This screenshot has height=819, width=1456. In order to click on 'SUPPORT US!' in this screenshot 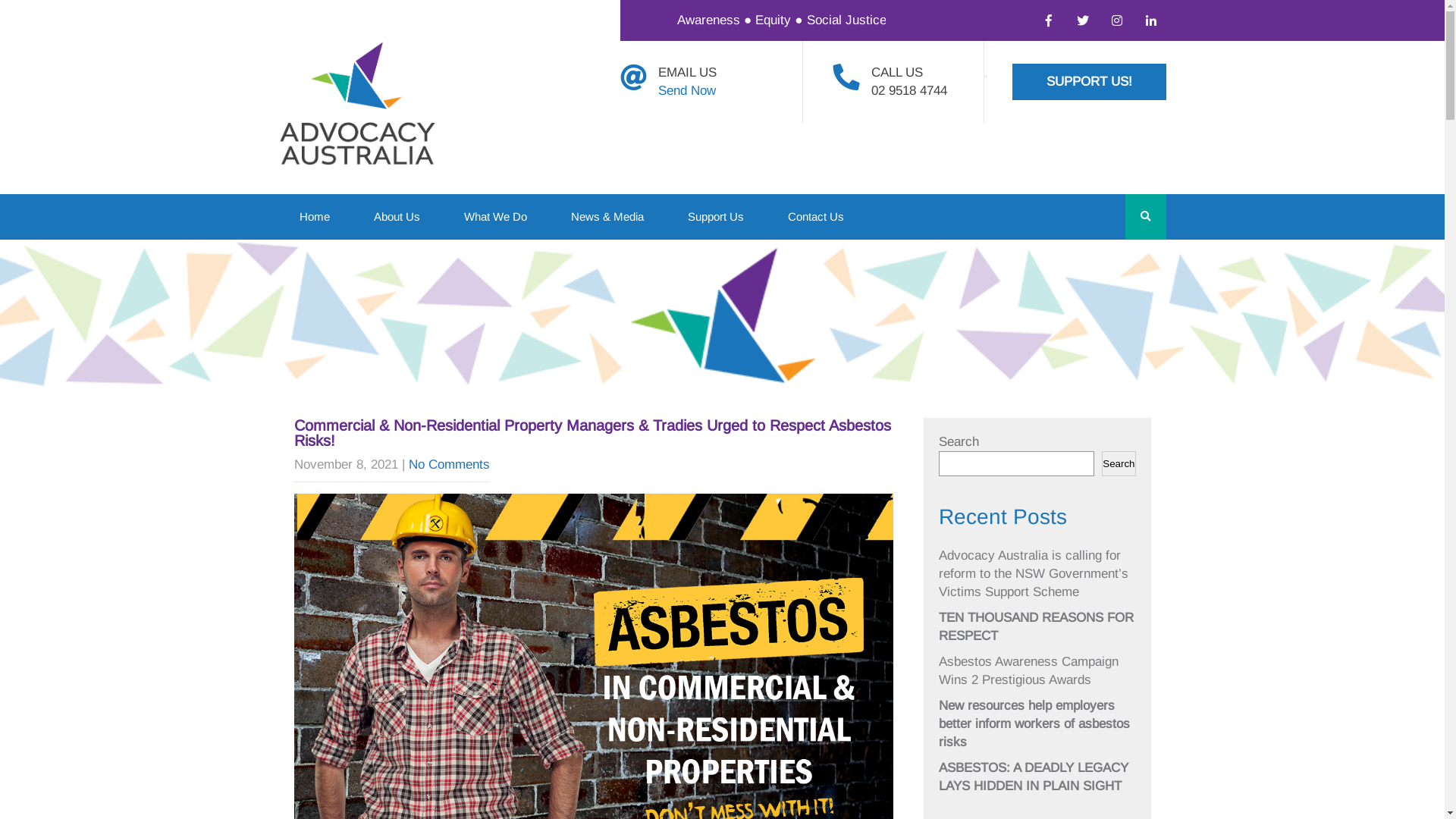, I will do `click(1087, 82)`.